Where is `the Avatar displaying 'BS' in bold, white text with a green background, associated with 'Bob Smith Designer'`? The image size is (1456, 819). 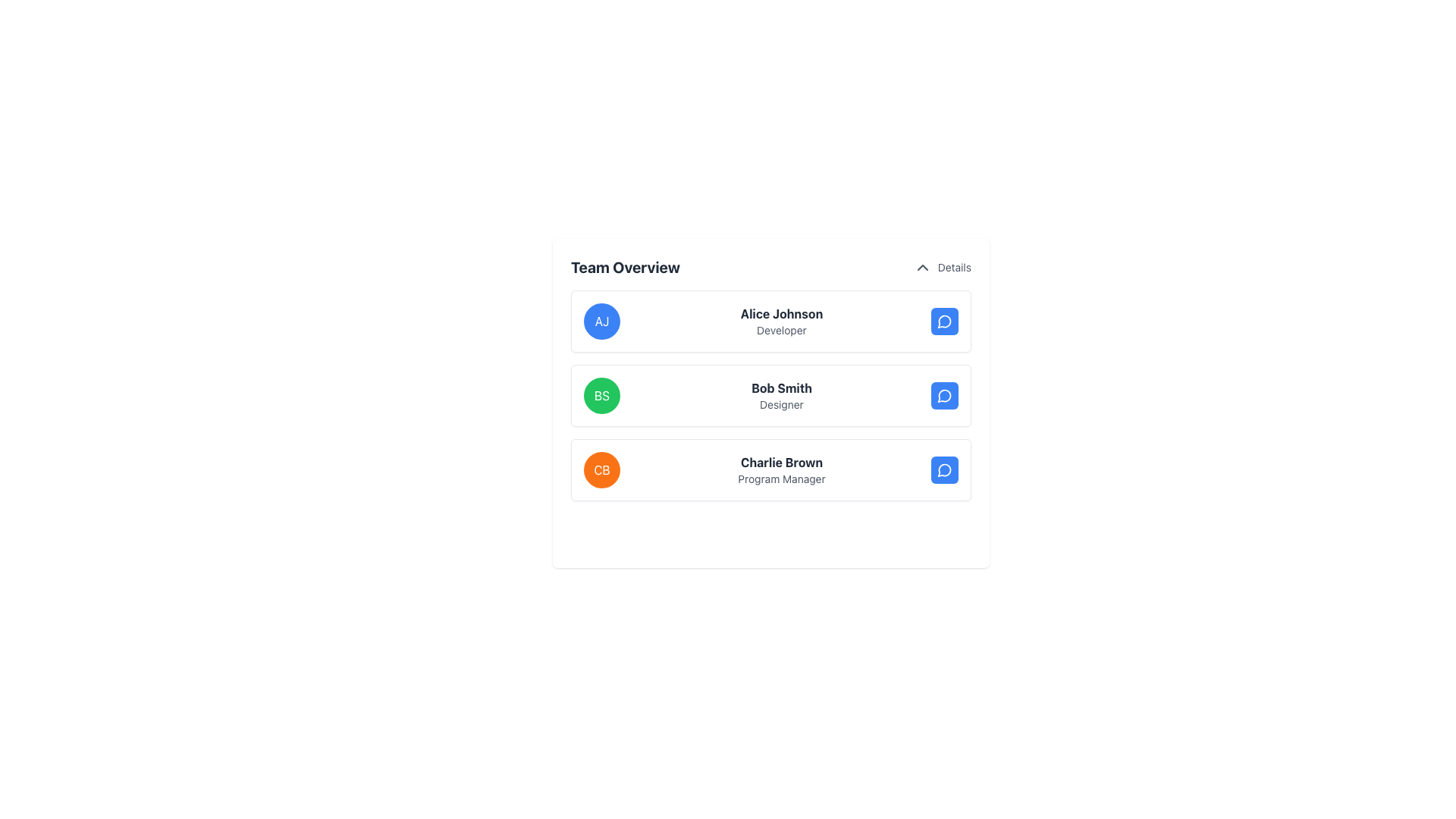
the Avatar displaying 'BS' in bold, white text with a green background, associated with 'Bob Smith Designer' is located at coordinates (601, 394).